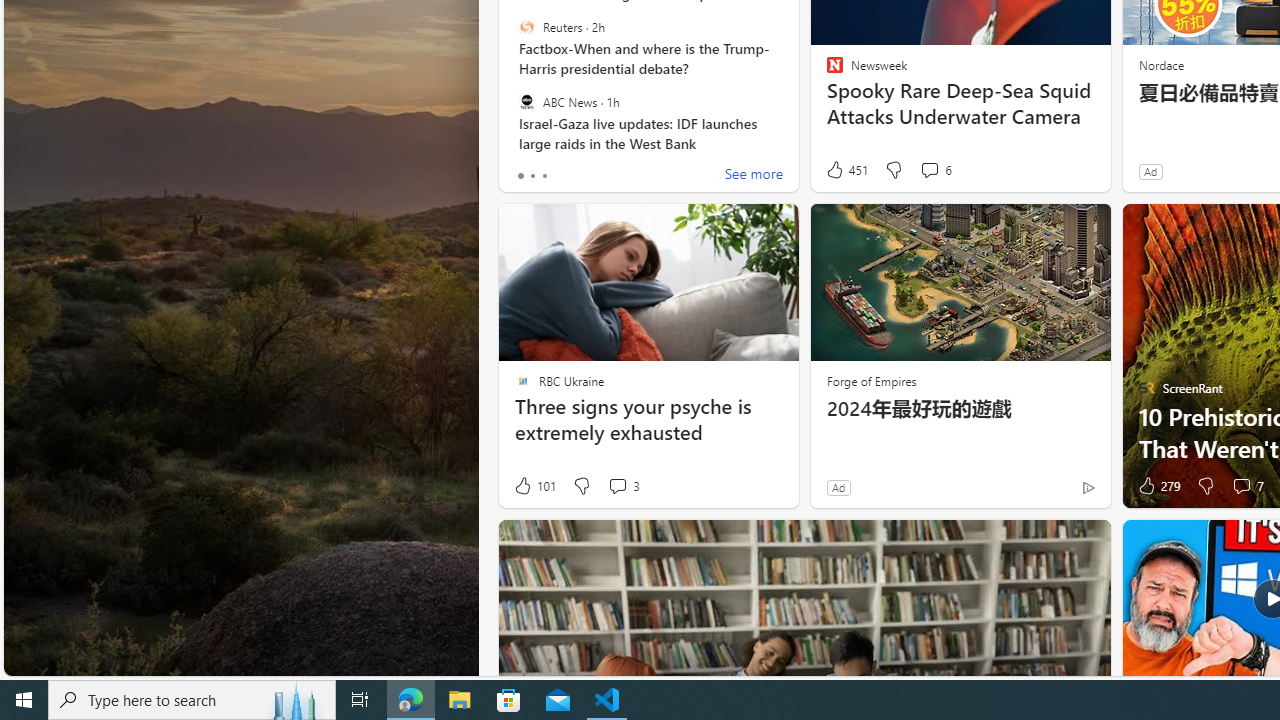 The height and width of the screenshot is (720, 1280). I want to click on '279 Like', so click(1157, 486).